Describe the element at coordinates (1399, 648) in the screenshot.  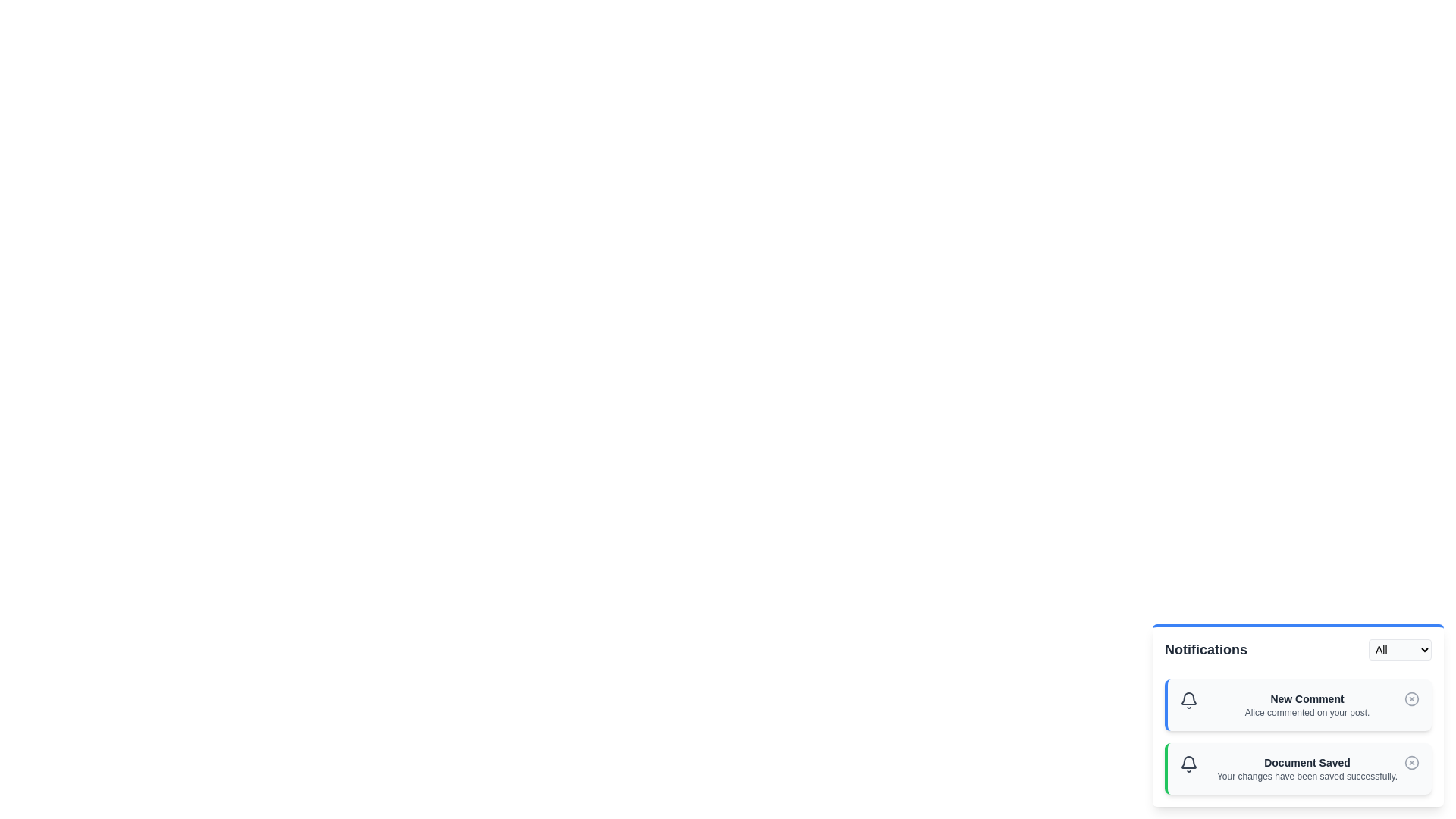
I see `the notification filter type to All` at that location.